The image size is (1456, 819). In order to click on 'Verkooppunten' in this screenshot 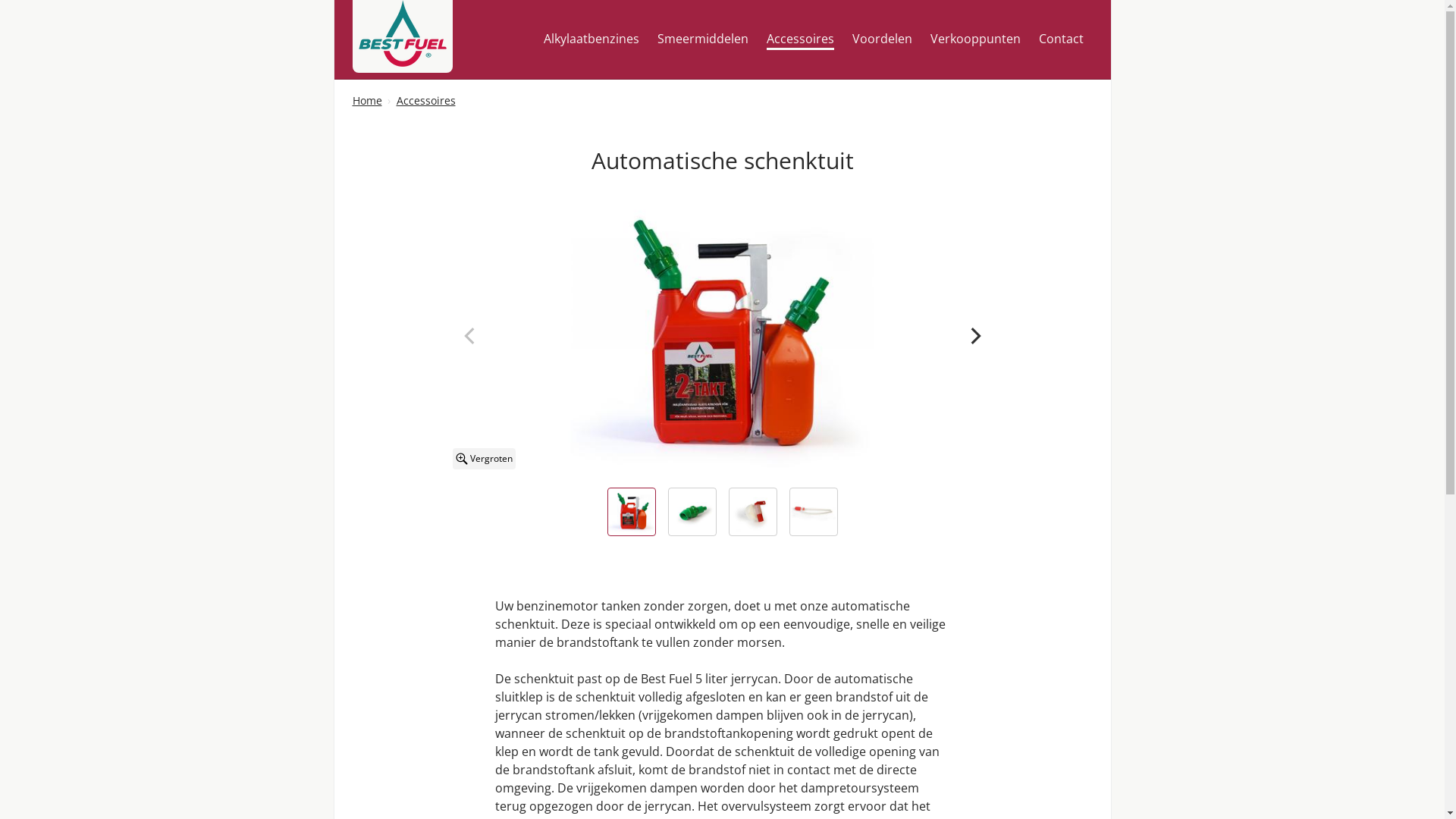, I will do `click(974, 38)`.